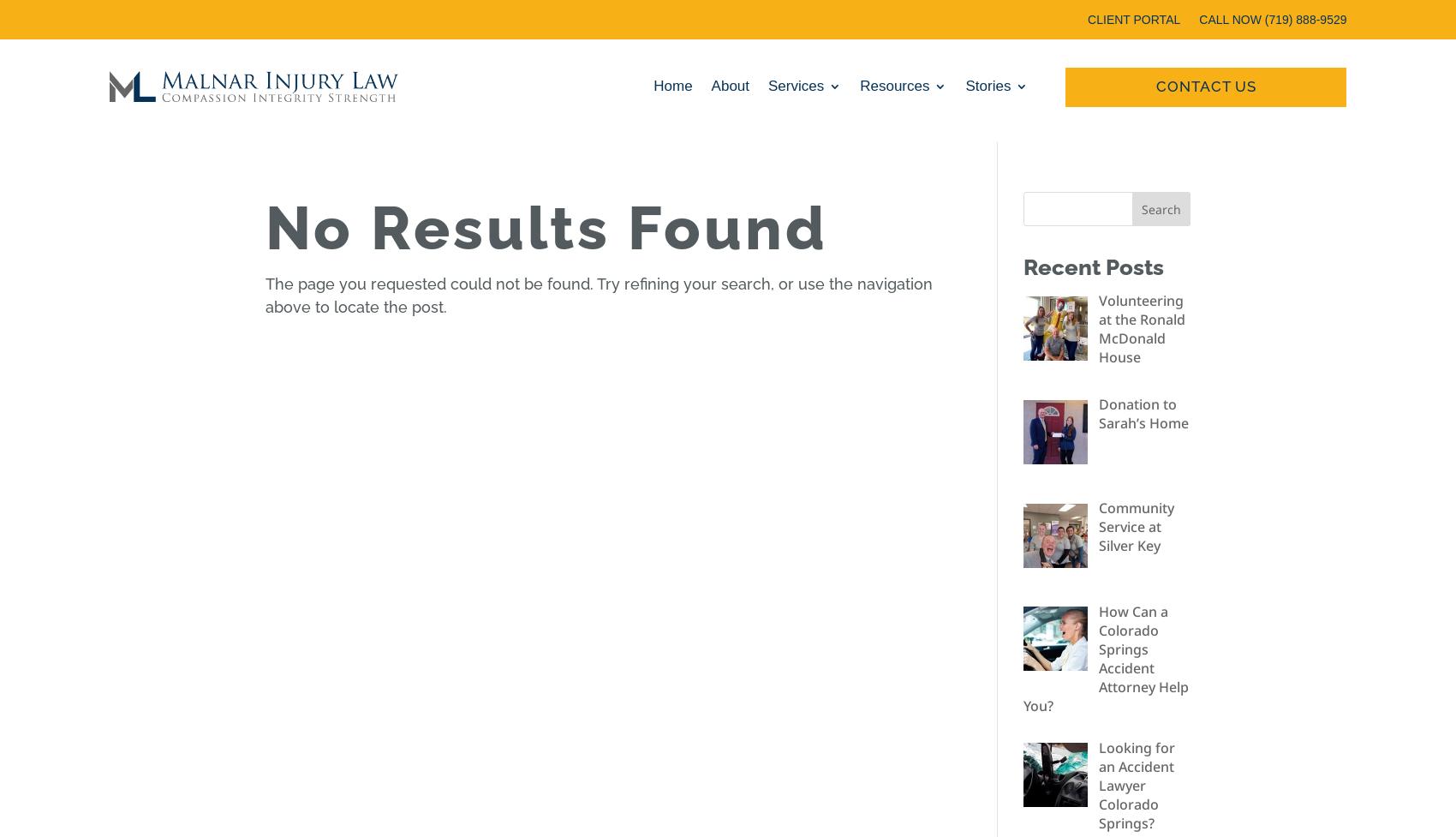  What do you see at coordinates (942, 216) in the screenshot?
I see `'Medical Providers'` at bounding box center [942, 216].